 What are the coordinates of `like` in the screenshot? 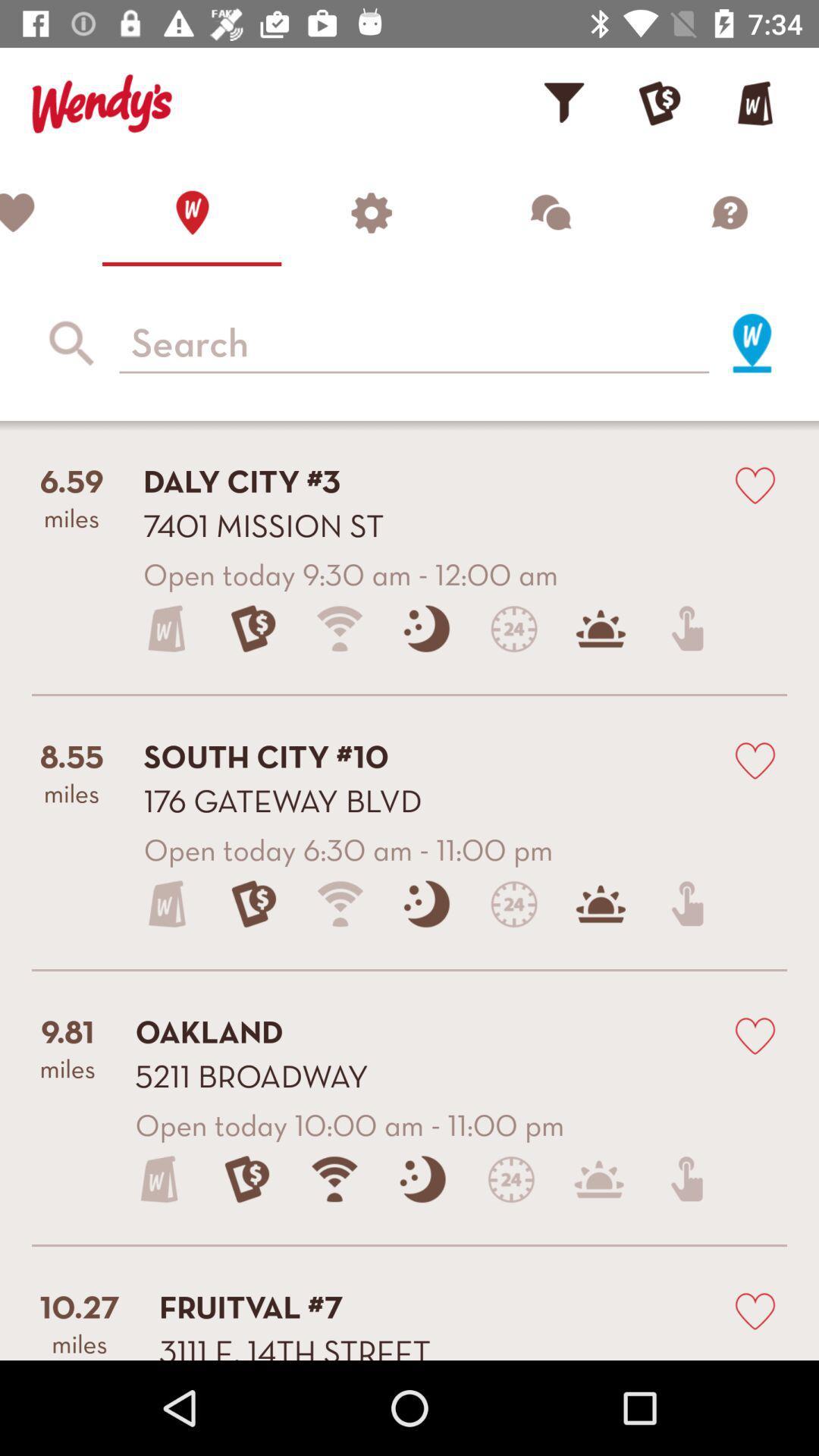 It's located at (755, 1310).